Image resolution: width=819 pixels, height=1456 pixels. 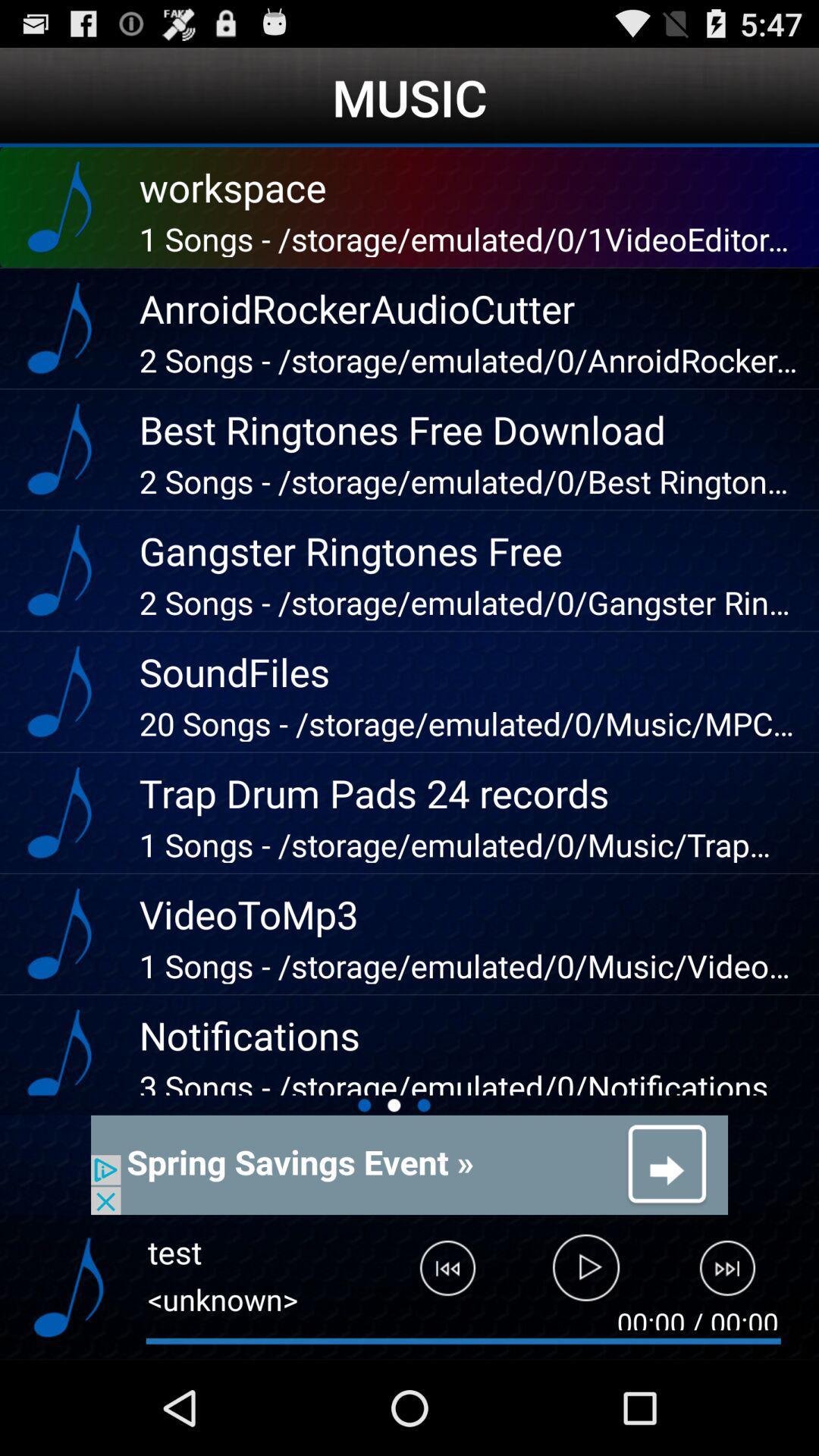 I want to click on the music, so click(x=585, y=1274).